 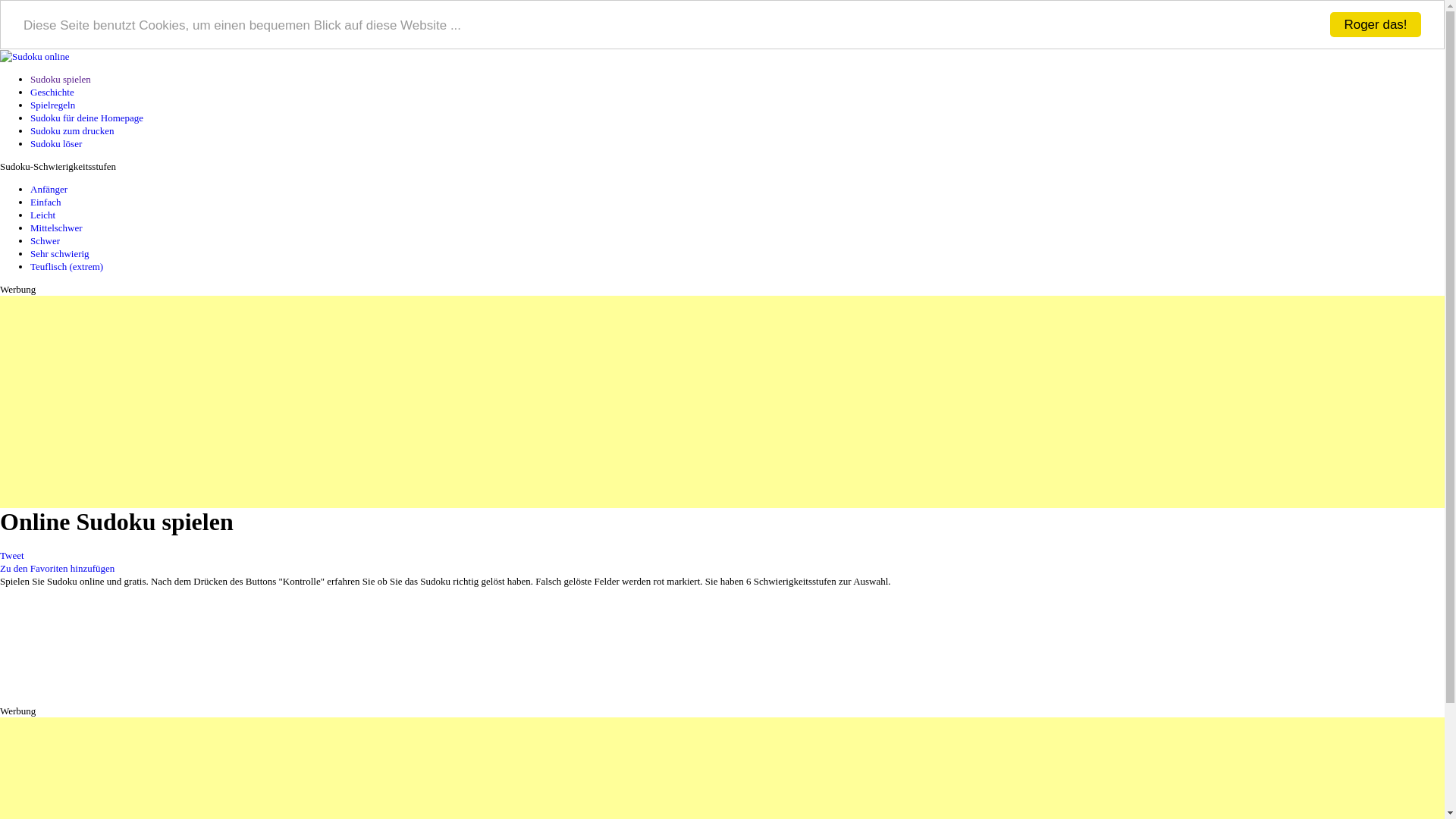 What do you see at coordinates (52, 92) in the screenshot?
I see `'Geschichte'` at bounding box center [52, 92].